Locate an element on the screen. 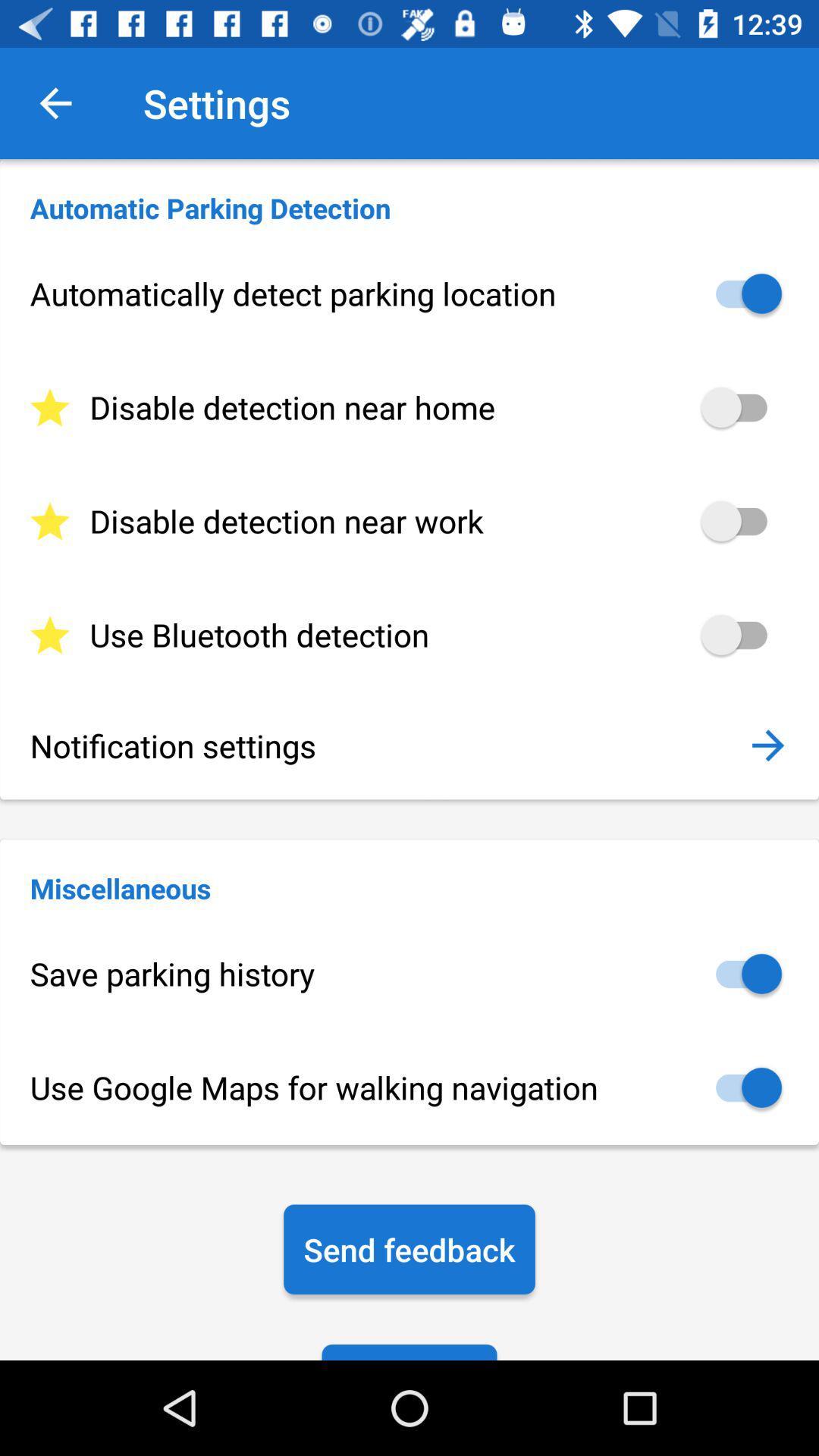  the icon to the left of the settings item is located at coordinates (55, 102).